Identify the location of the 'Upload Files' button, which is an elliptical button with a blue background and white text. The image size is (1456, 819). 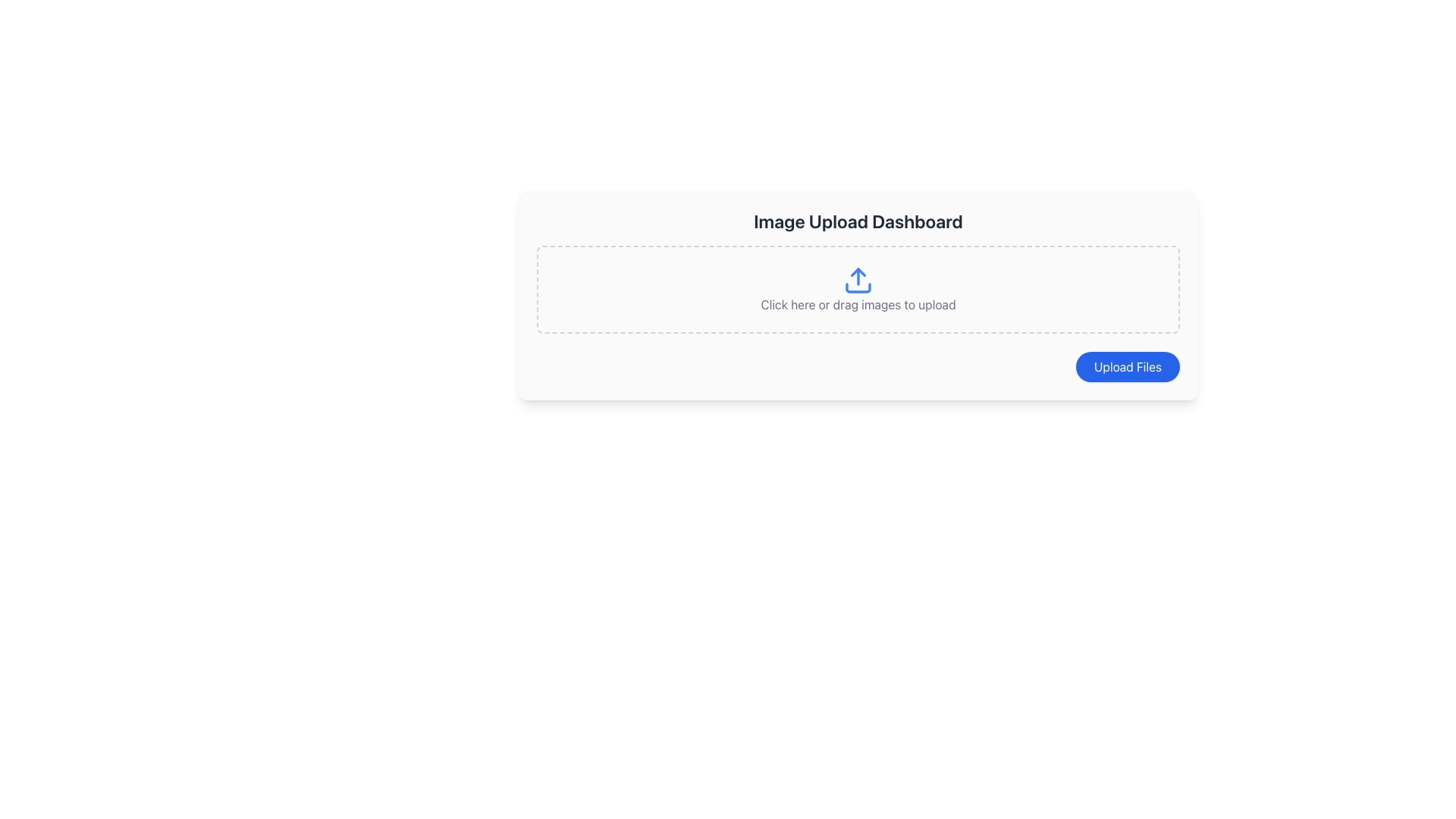
(1128, 366).